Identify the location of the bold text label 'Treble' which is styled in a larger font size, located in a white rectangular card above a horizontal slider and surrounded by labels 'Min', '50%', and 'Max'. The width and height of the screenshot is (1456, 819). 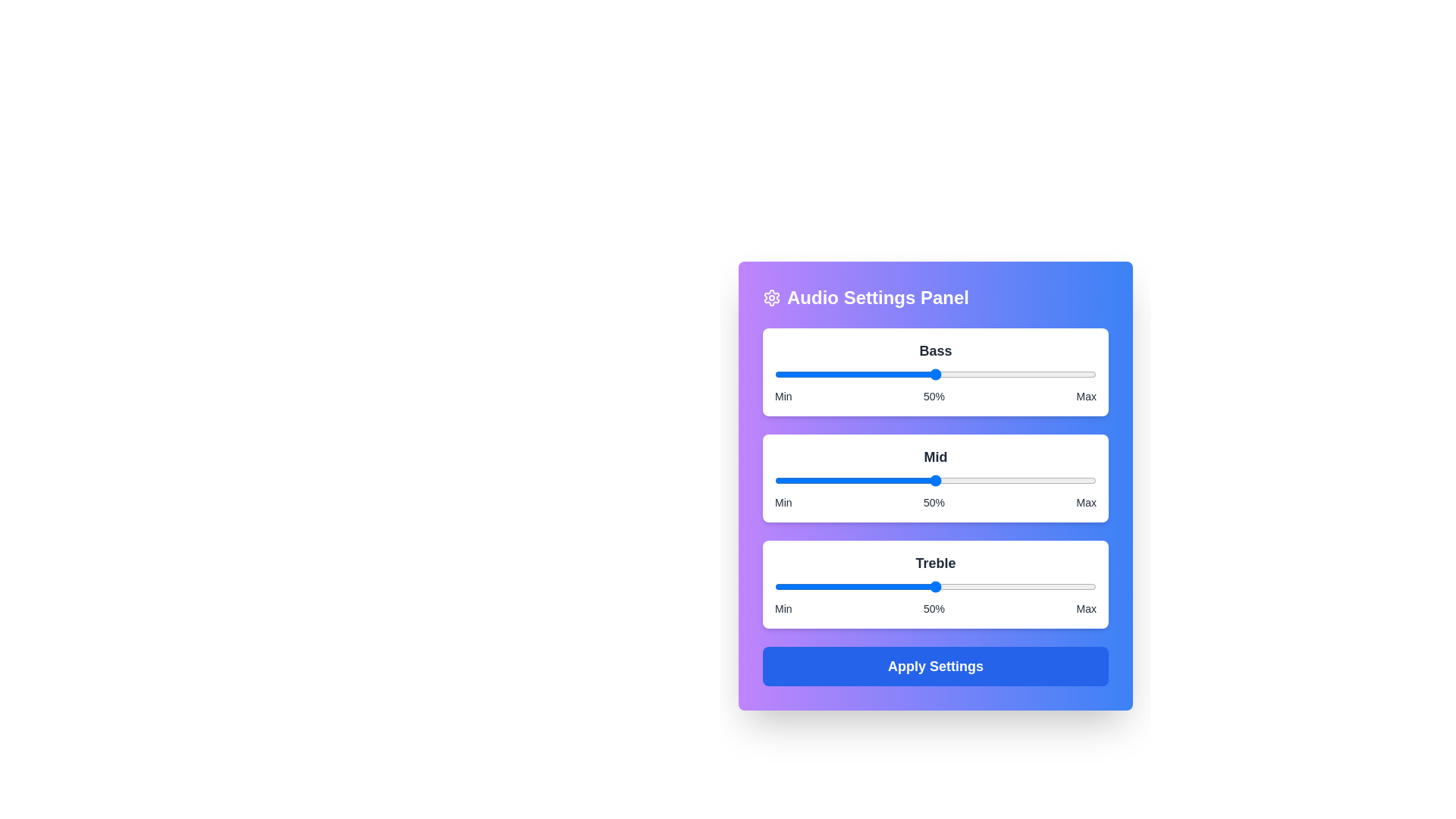
(934, 563).